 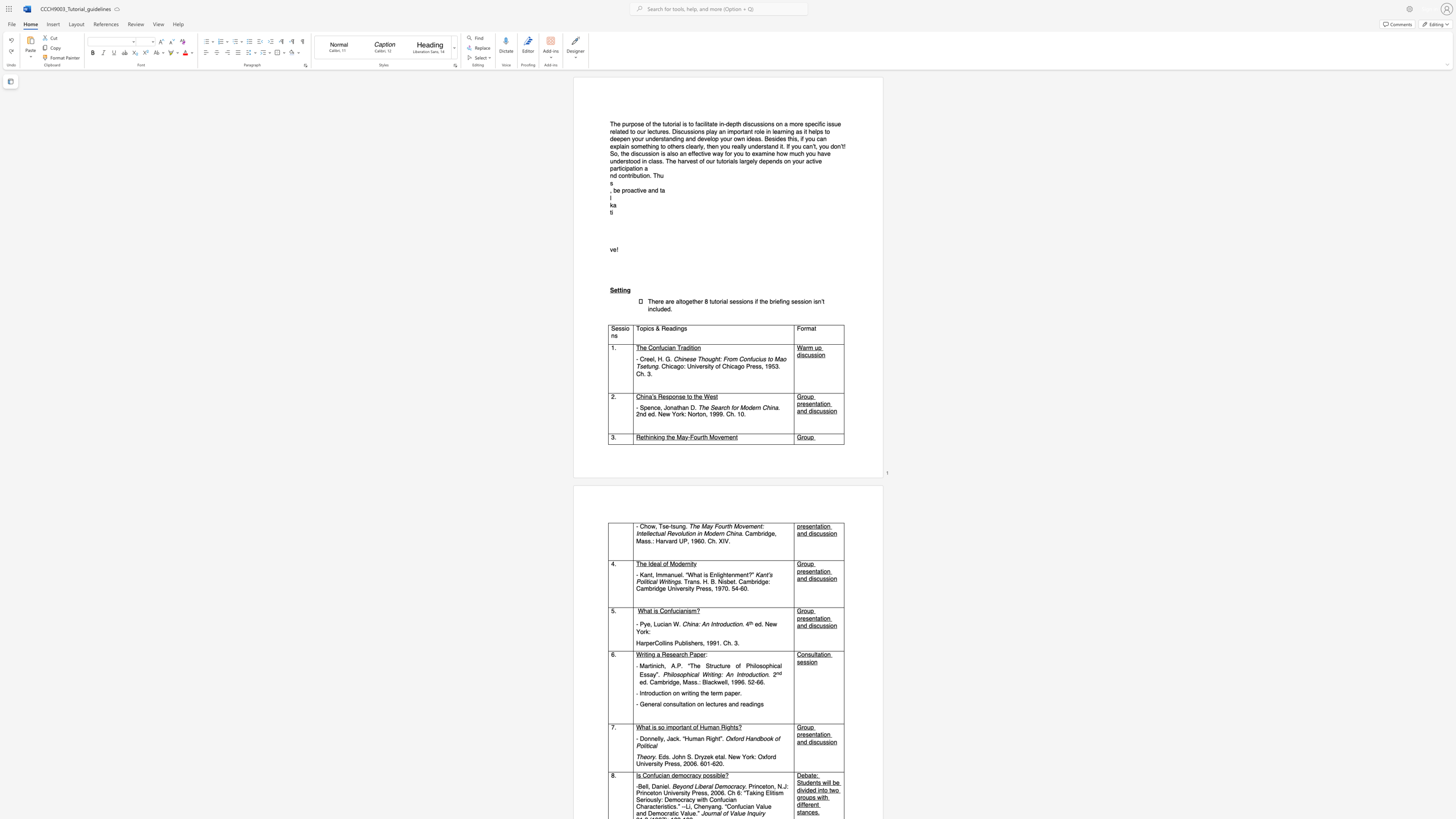 I want to click on the 2th character "o" in the text, so click(x=644, y=176).